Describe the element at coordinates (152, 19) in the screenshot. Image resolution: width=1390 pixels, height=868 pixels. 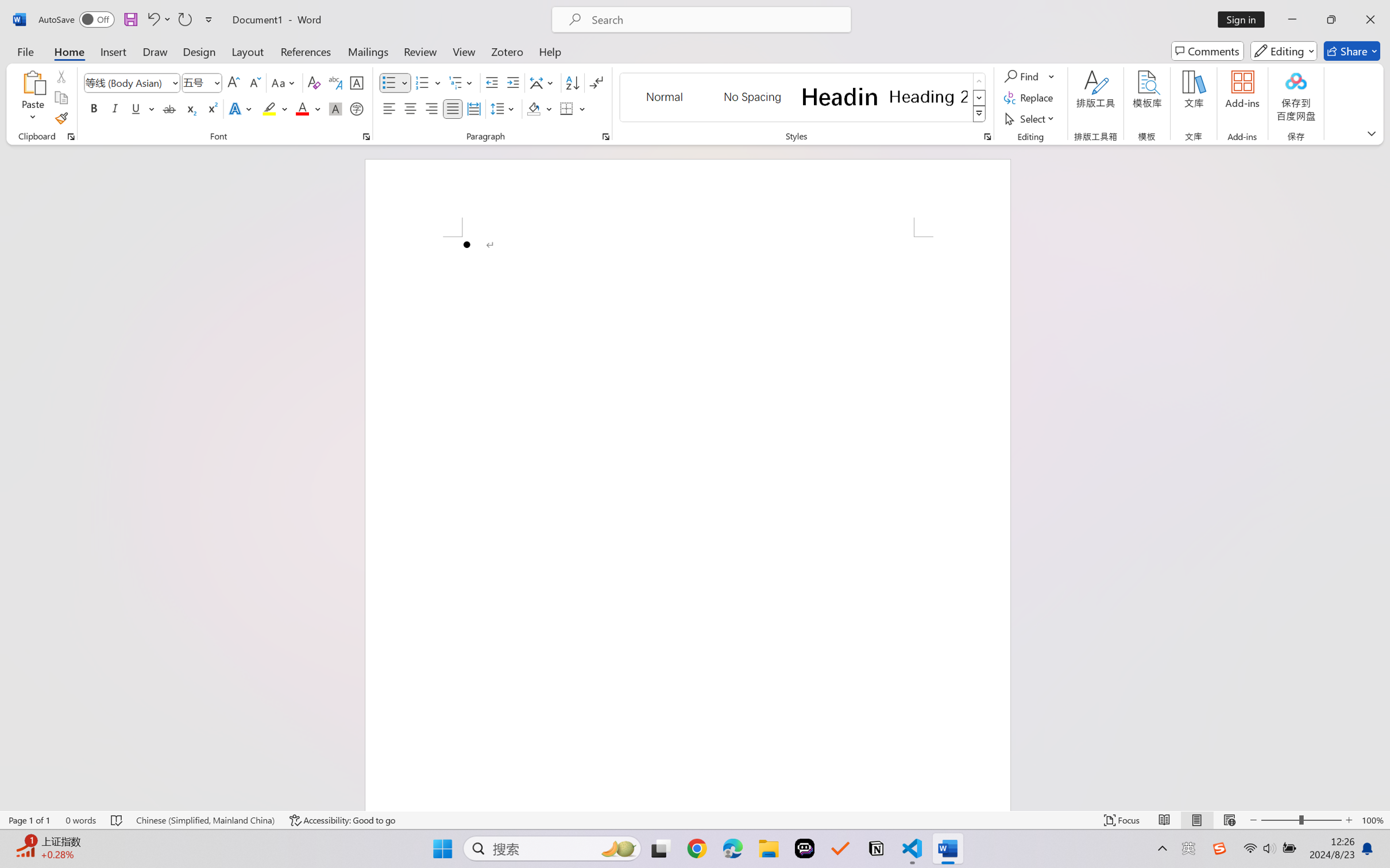
I see `'Undo Bullet Default'` at that location.